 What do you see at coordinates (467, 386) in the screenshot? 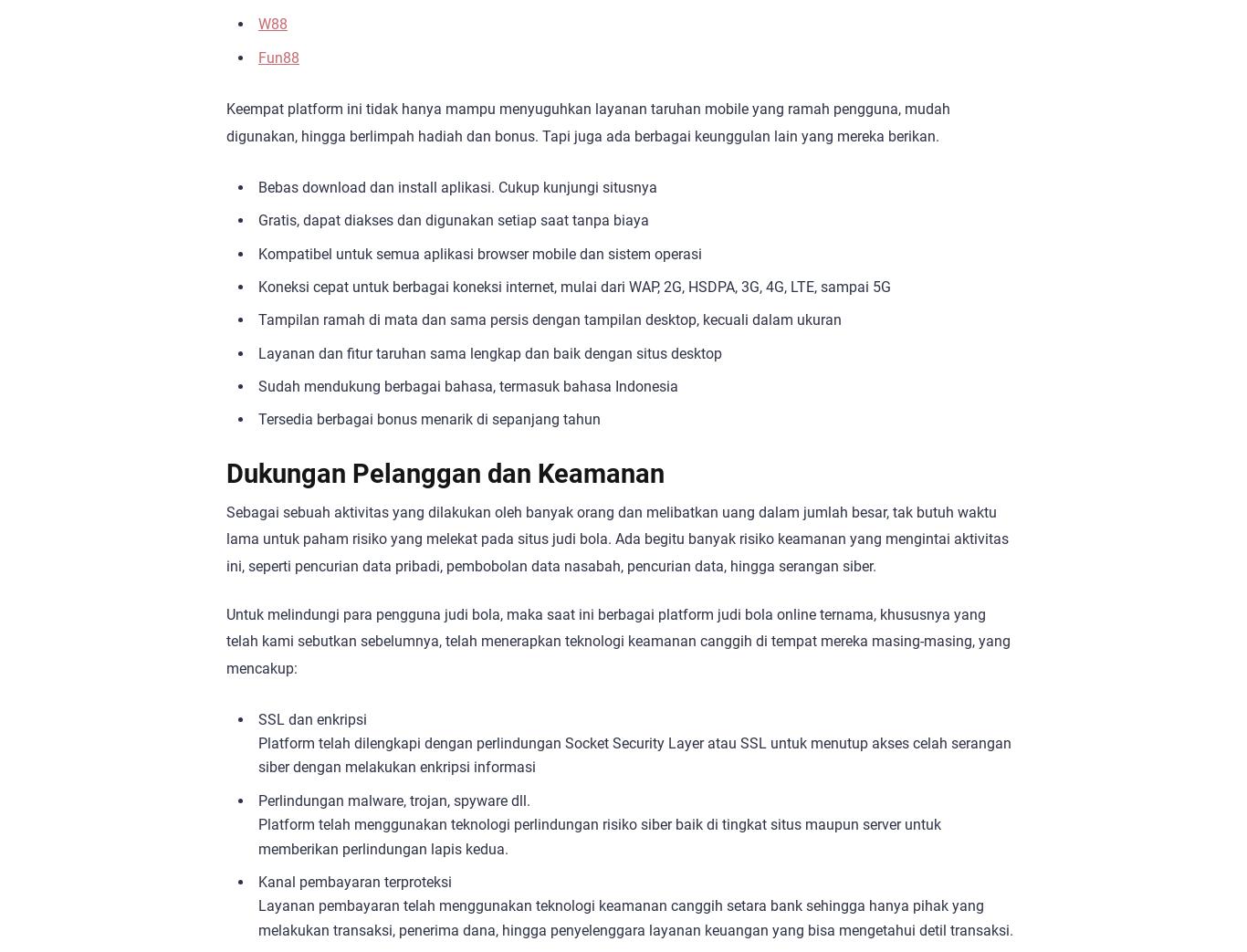
I see `'Sudah mendukung berbagai bahasa, termasuk bahasa Indonesia'` at bounding box center [467, 386].